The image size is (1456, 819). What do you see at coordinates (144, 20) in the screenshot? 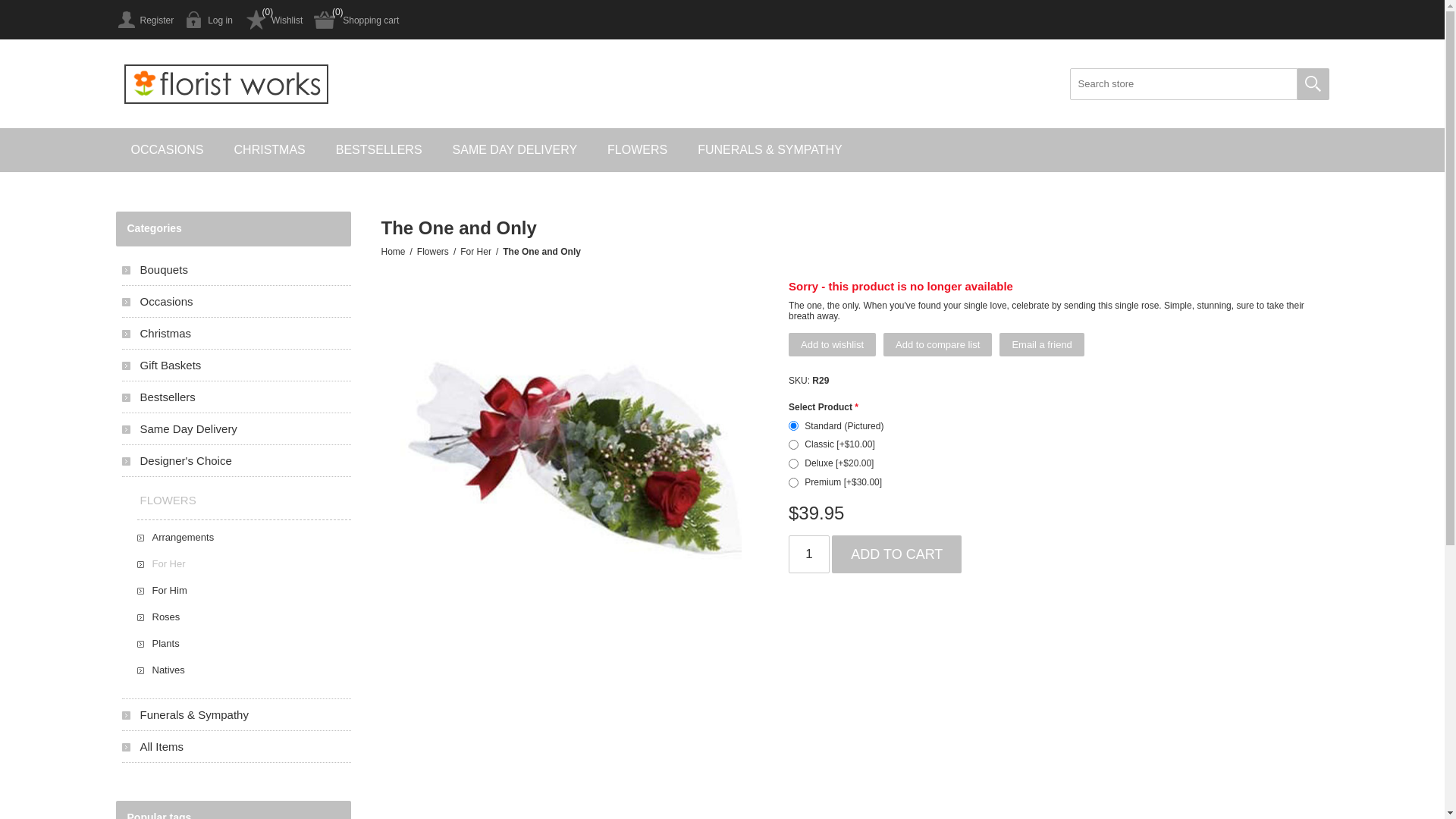
I see `'Register'` at bounding box center [144, 20].